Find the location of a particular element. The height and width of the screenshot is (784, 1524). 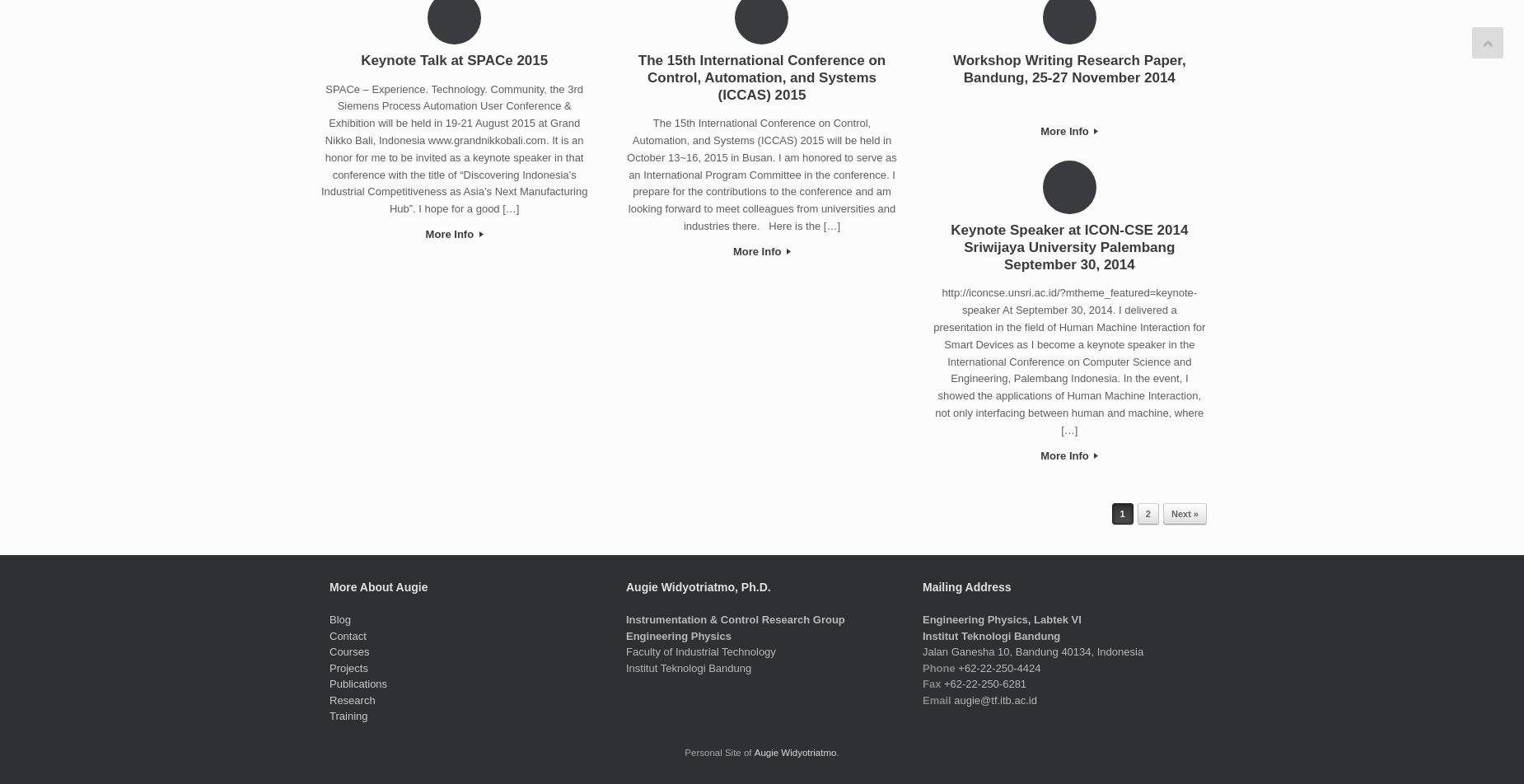

'augie@tf.itb.ac.id' is located at coordinates (993, 699).